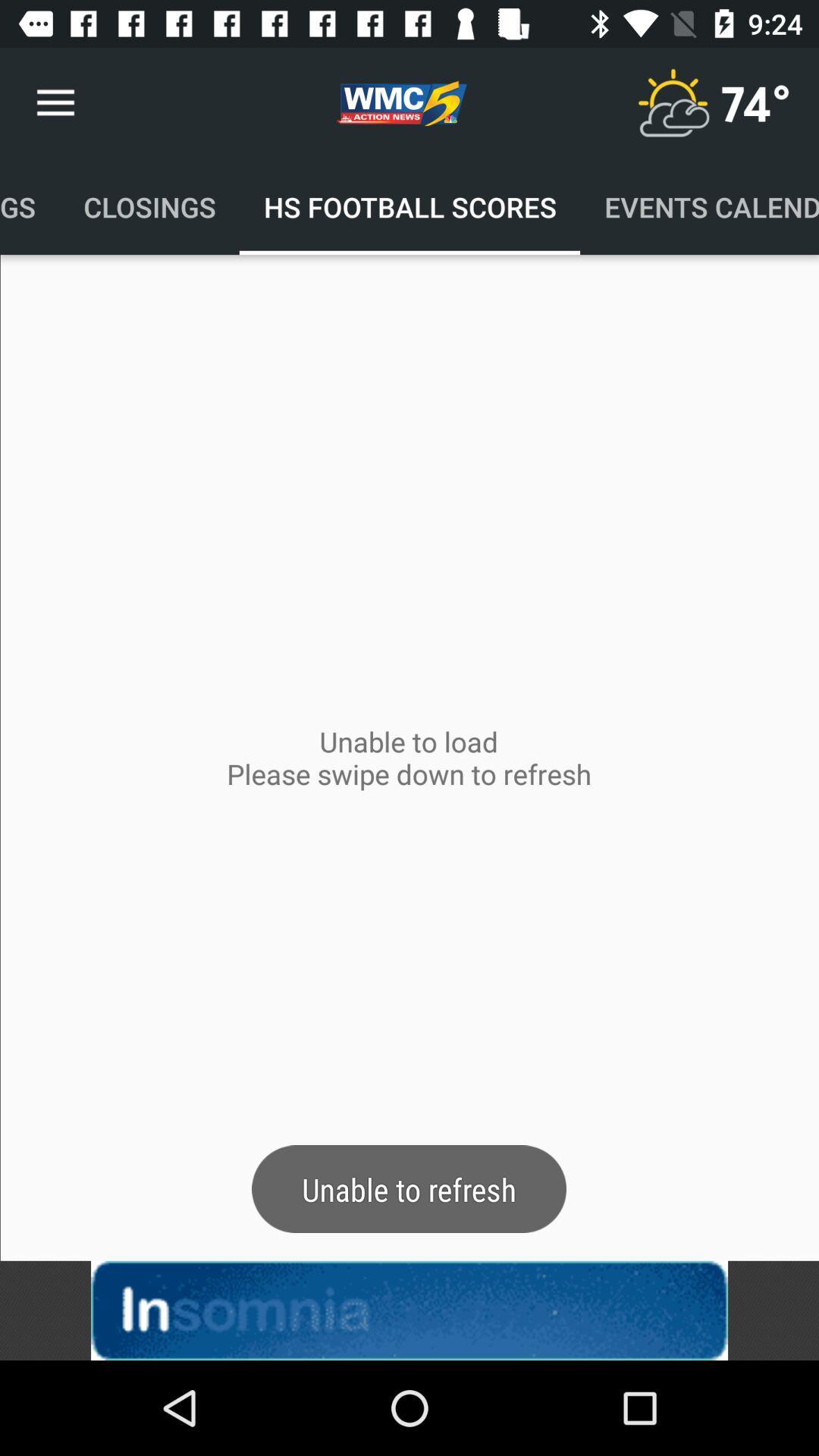  What do you see at coordinates (672, 102) in the screenshot?
I see `menu` at bounding box center [672, 102].